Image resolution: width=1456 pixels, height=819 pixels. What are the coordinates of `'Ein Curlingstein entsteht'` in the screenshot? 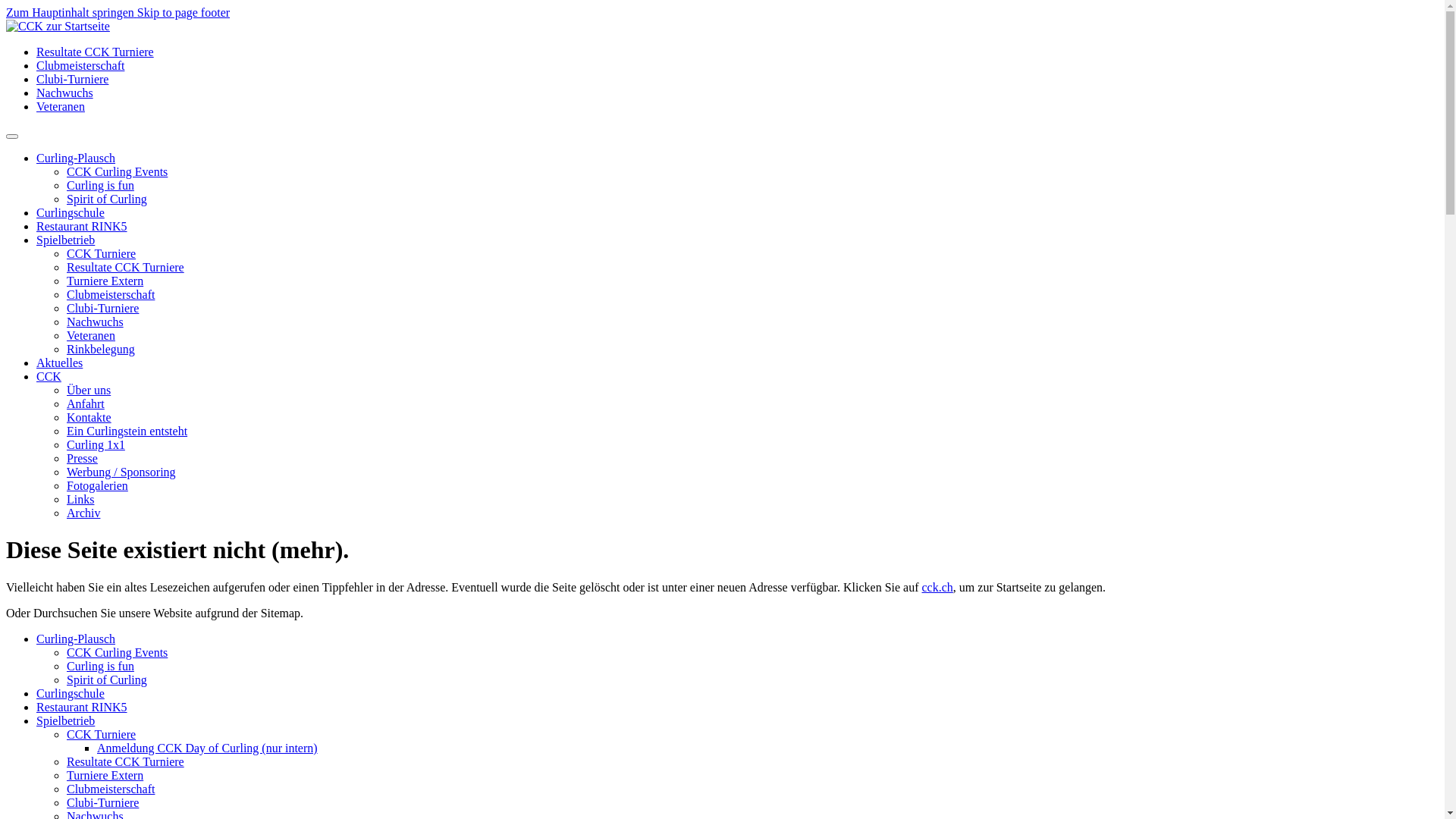 It's located at (127, 431).